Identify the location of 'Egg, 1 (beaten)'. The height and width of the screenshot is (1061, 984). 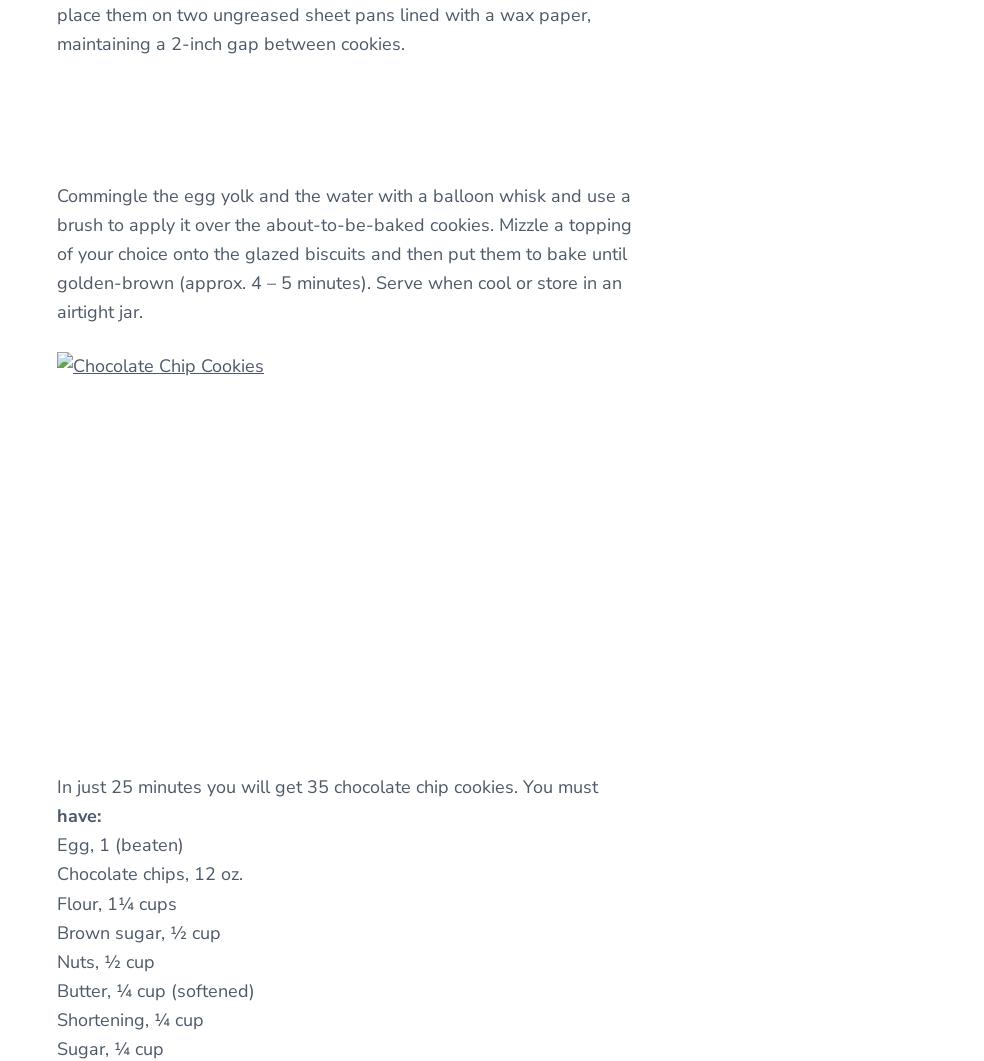
(119, 844).